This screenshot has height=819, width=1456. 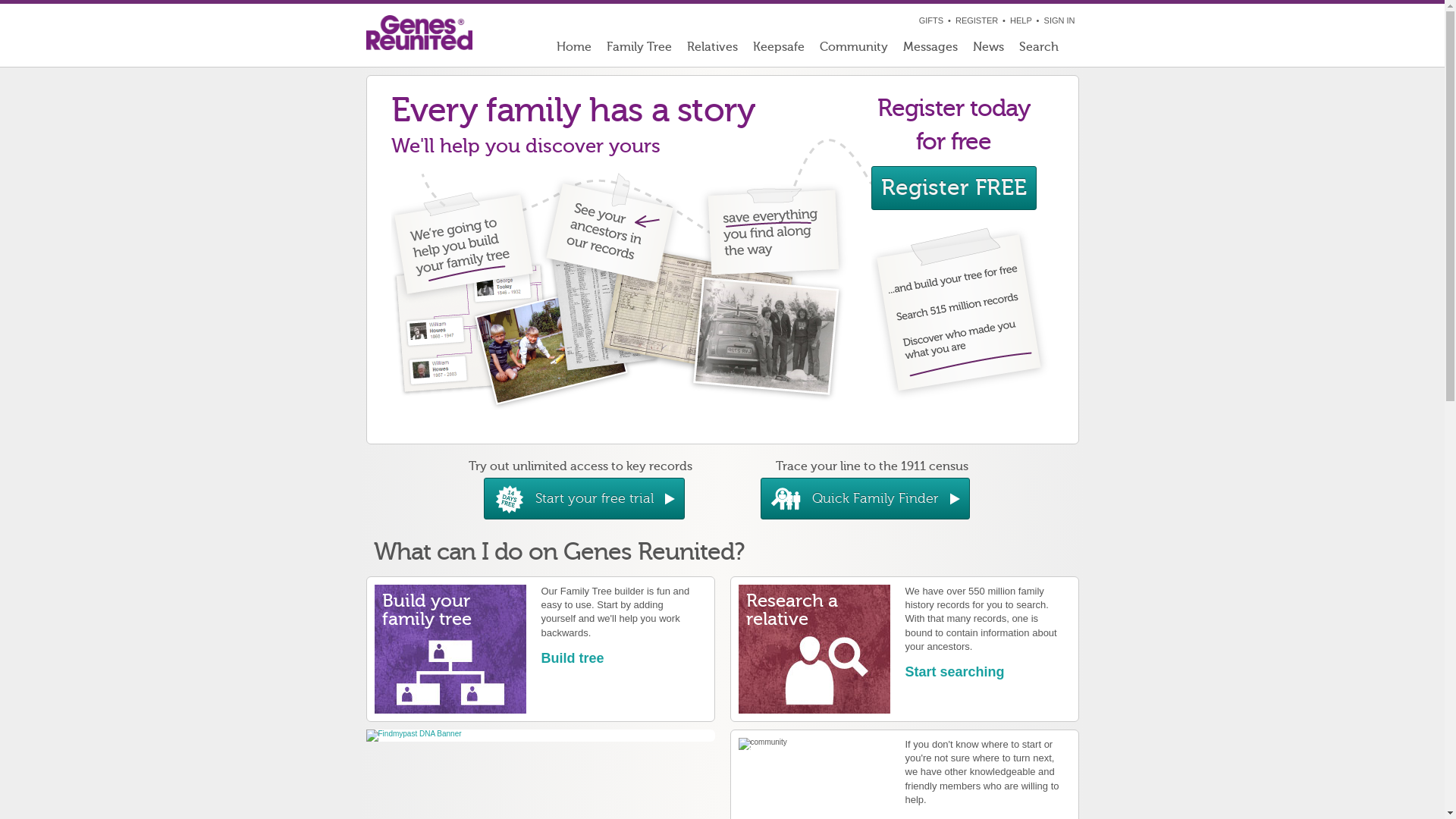 What do you see at coordinates (1059, 20) in the screenshot?
I see `'SIGN IN'` at bounding box center [1059, 20].